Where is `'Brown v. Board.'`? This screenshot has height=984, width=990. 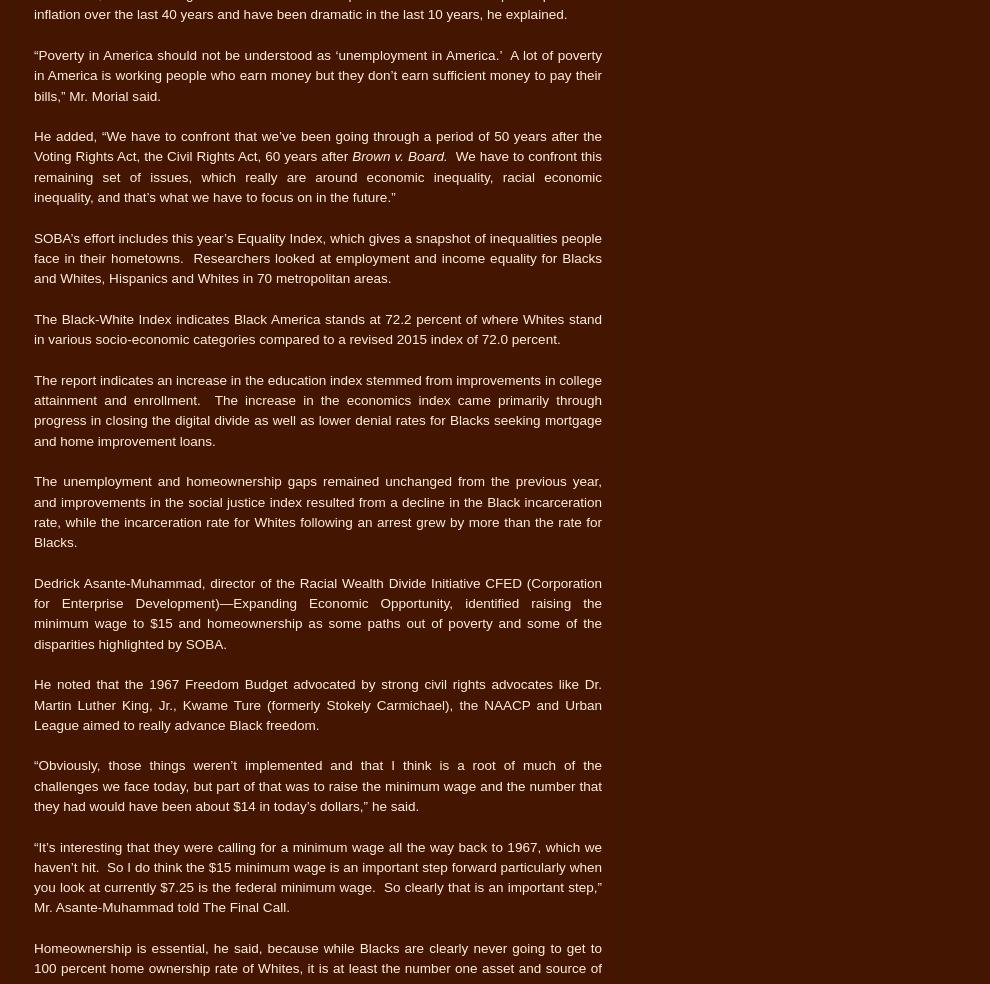 'Brown v. Board.' is located at coordinates (402, 156).